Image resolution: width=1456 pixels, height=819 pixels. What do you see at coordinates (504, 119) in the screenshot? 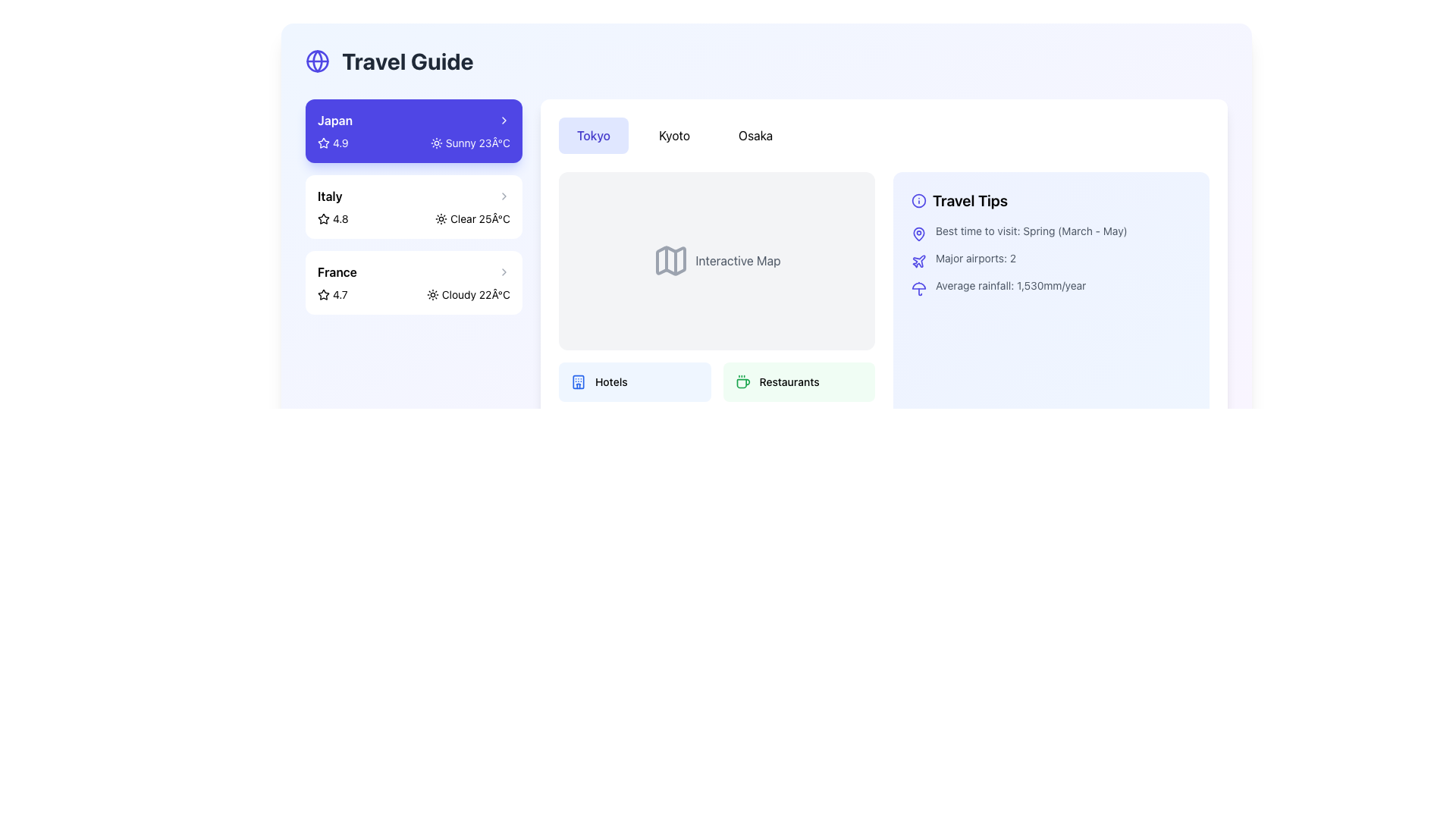
I see `the icon located on the far right of the blue rectangular button labeled 'Japan' in the 'Travel Guide' section` at bounding box center [504, 119].